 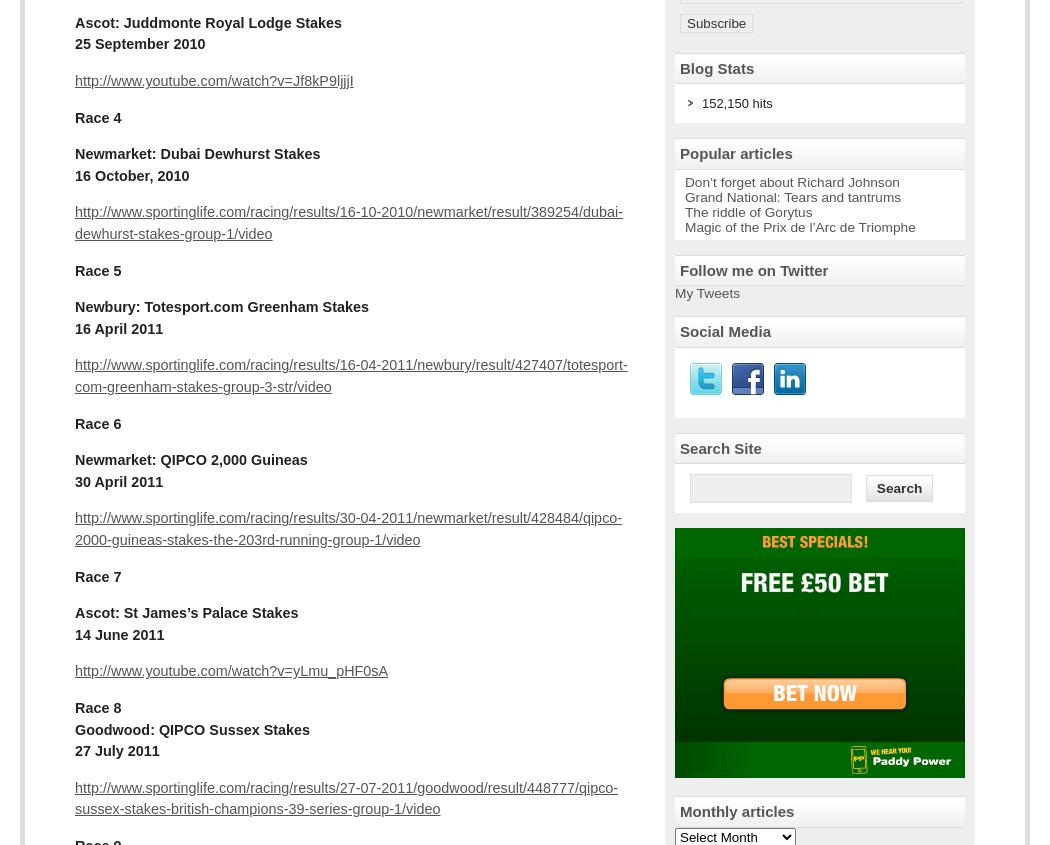 I want to click on 'Race 7', so click(x=97, y=575).